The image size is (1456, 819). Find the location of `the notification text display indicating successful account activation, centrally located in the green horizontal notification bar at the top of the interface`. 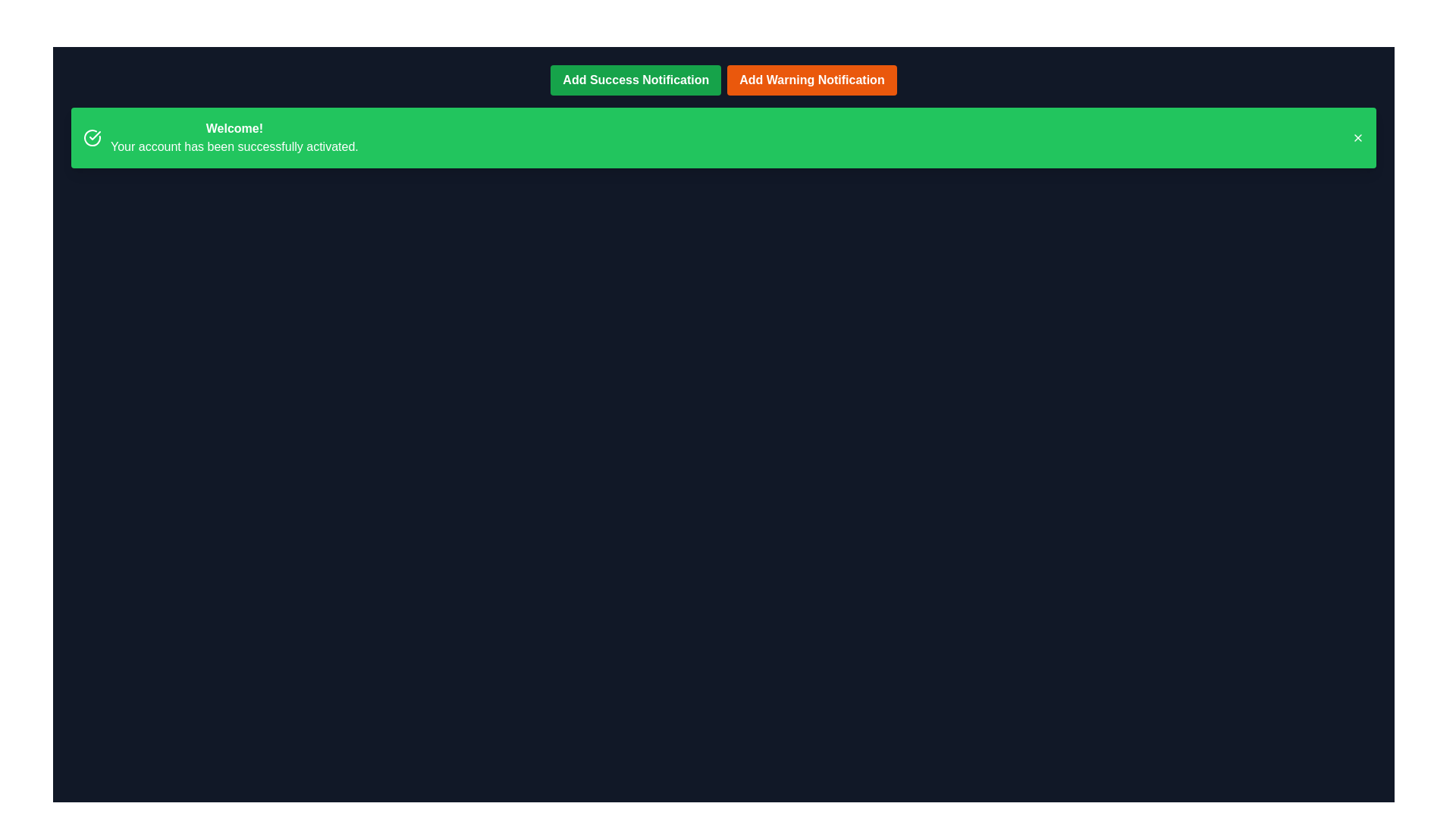

the notification text display indicating successful account activation, centrally located in the green horizontal notification bar at the top of the interface is located at coordinates (234, 137).